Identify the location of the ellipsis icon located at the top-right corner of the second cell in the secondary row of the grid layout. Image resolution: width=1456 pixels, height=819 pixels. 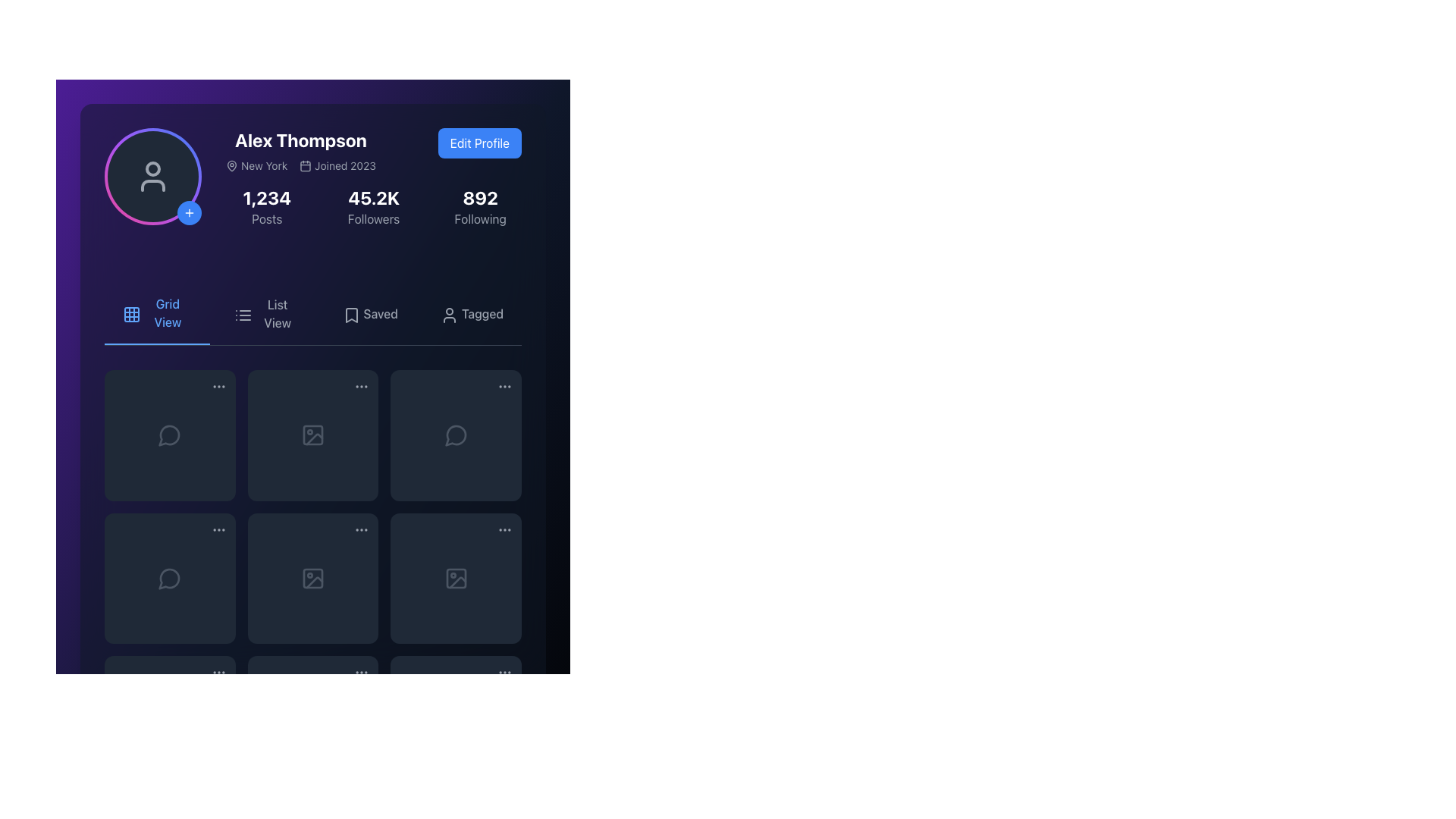
(218, 529).